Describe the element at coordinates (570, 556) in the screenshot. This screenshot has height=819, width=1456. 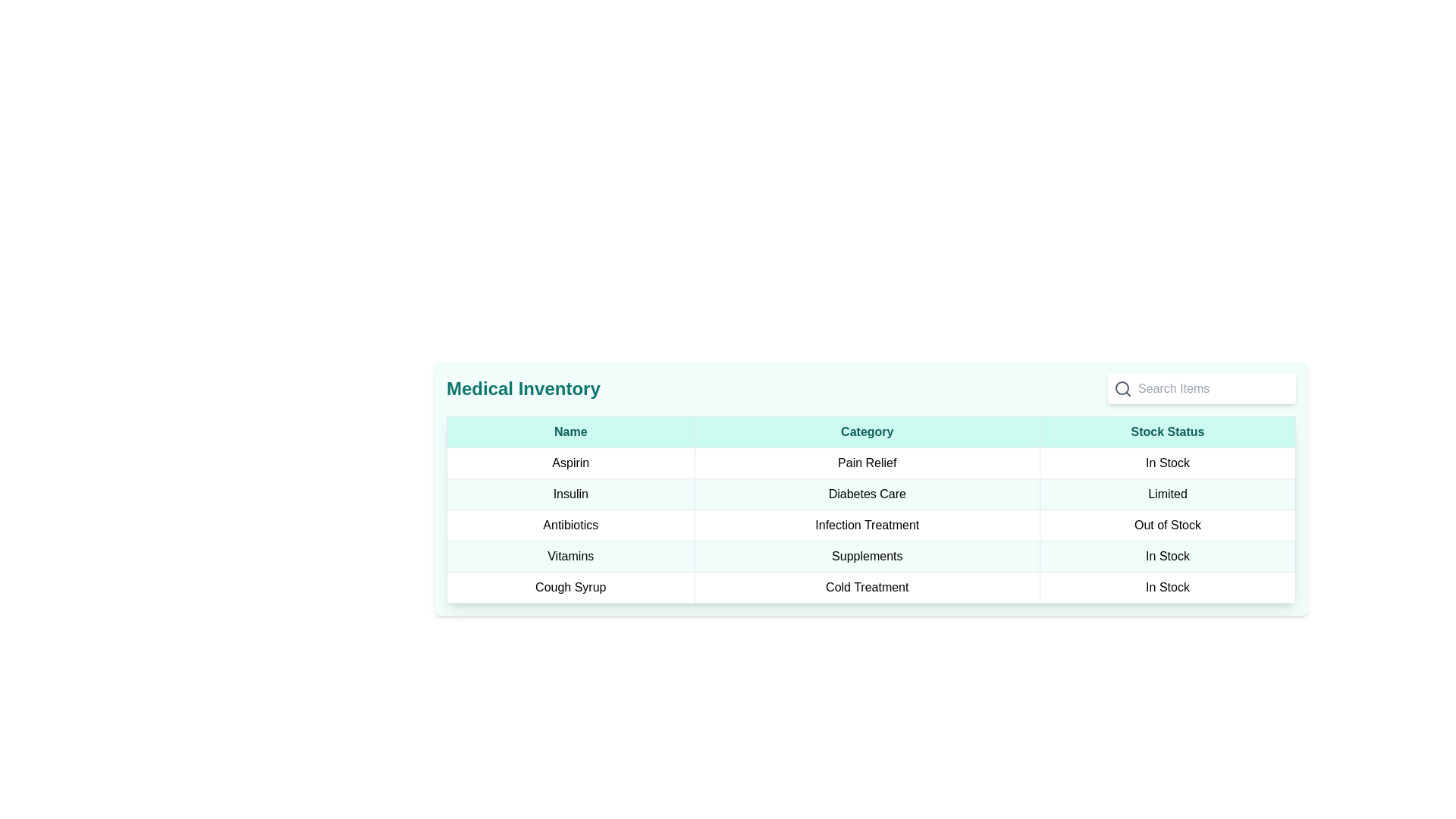
I see `the table cell containing the text 'Vitamins', which is located in the first column under the 'Name' header and is the fourth row of the table` at that location.